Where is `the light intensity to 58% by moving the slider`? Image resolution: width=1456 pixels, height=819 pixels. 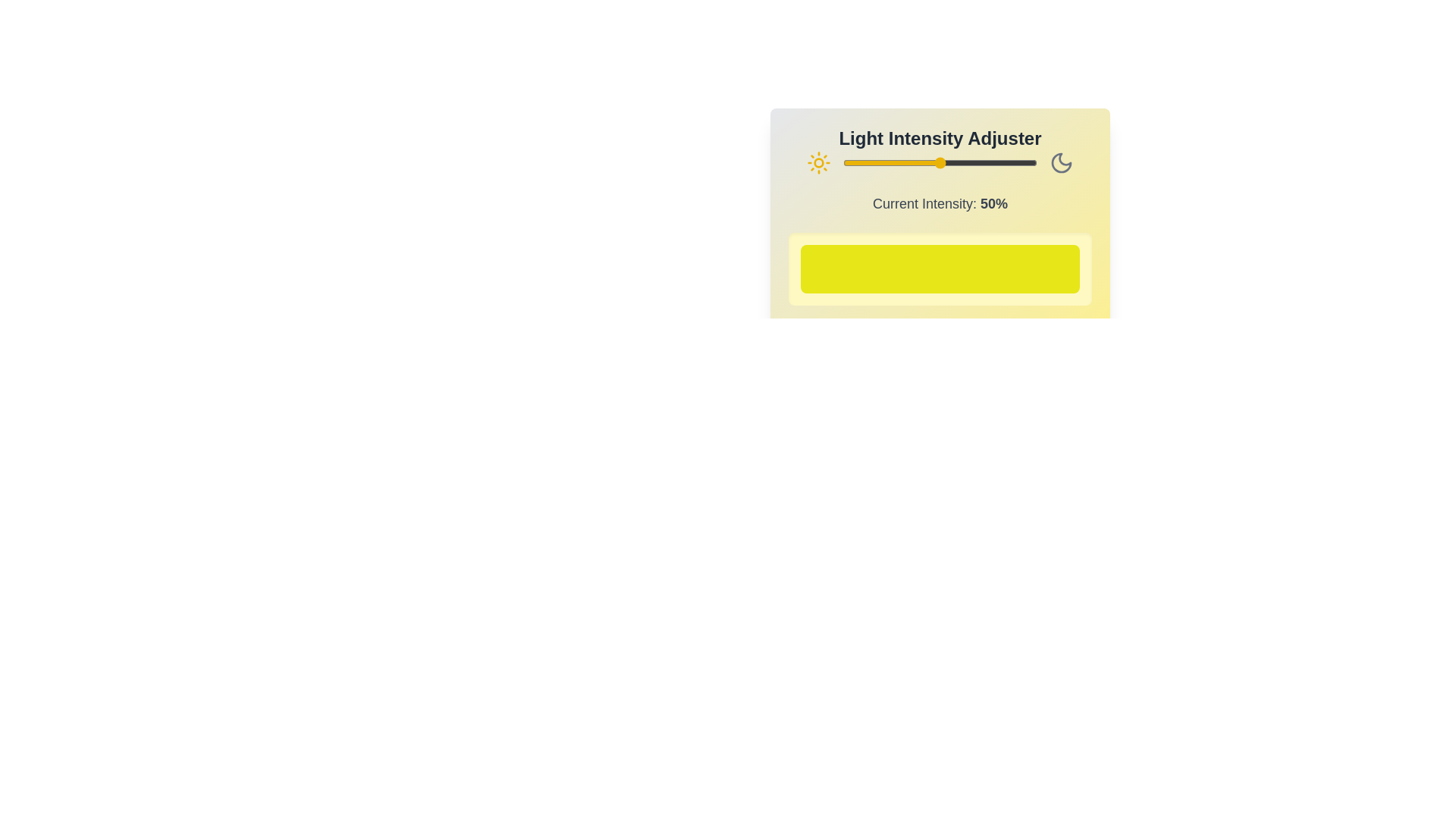
the light intensity to 58% by moving the slider is located at coordinates (955, 163).